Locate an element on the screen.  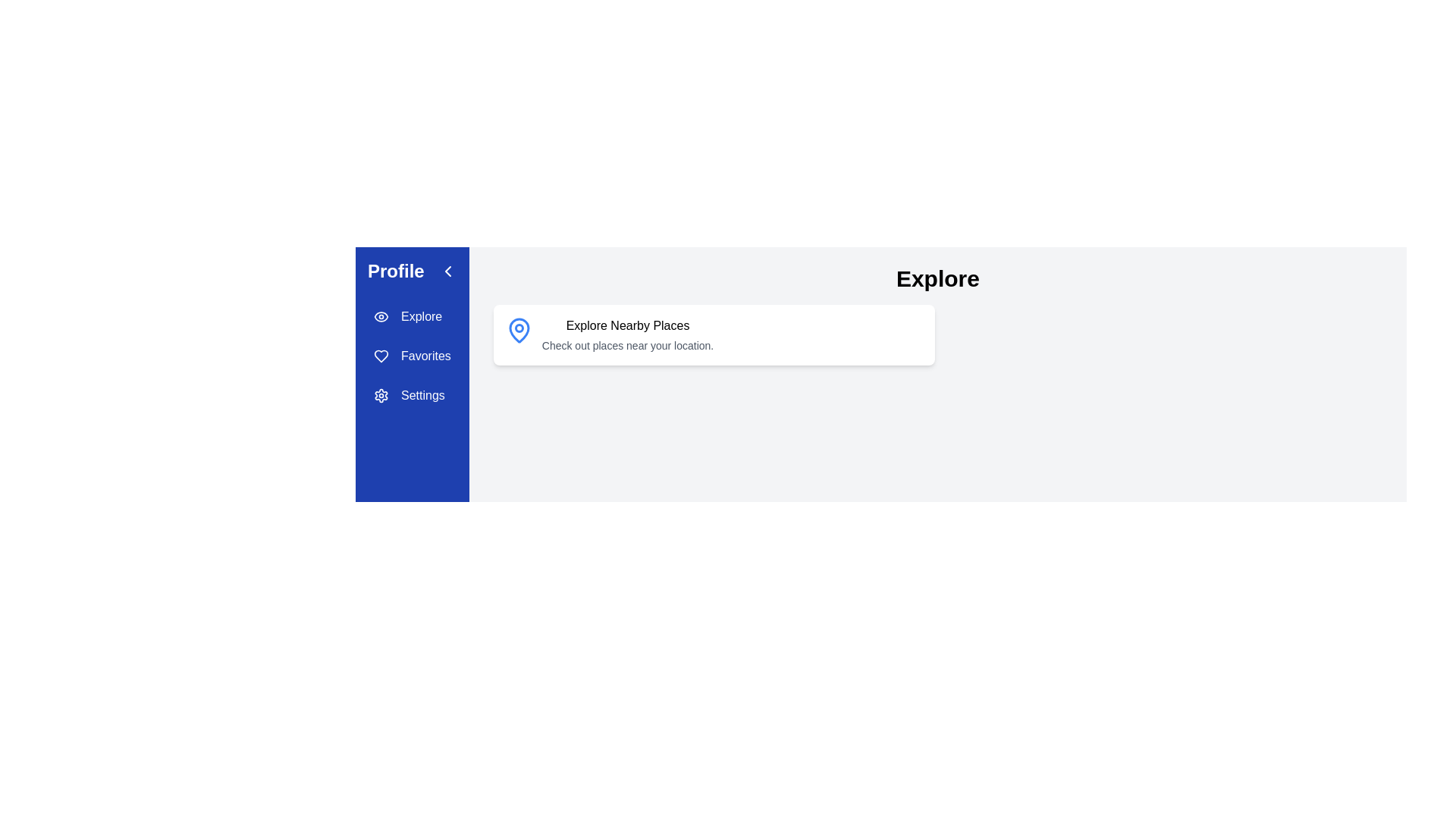
the back navigation button located at the top-right corner of the sidebar, next to the 'Profile' text is located at coordinates (447, 271).